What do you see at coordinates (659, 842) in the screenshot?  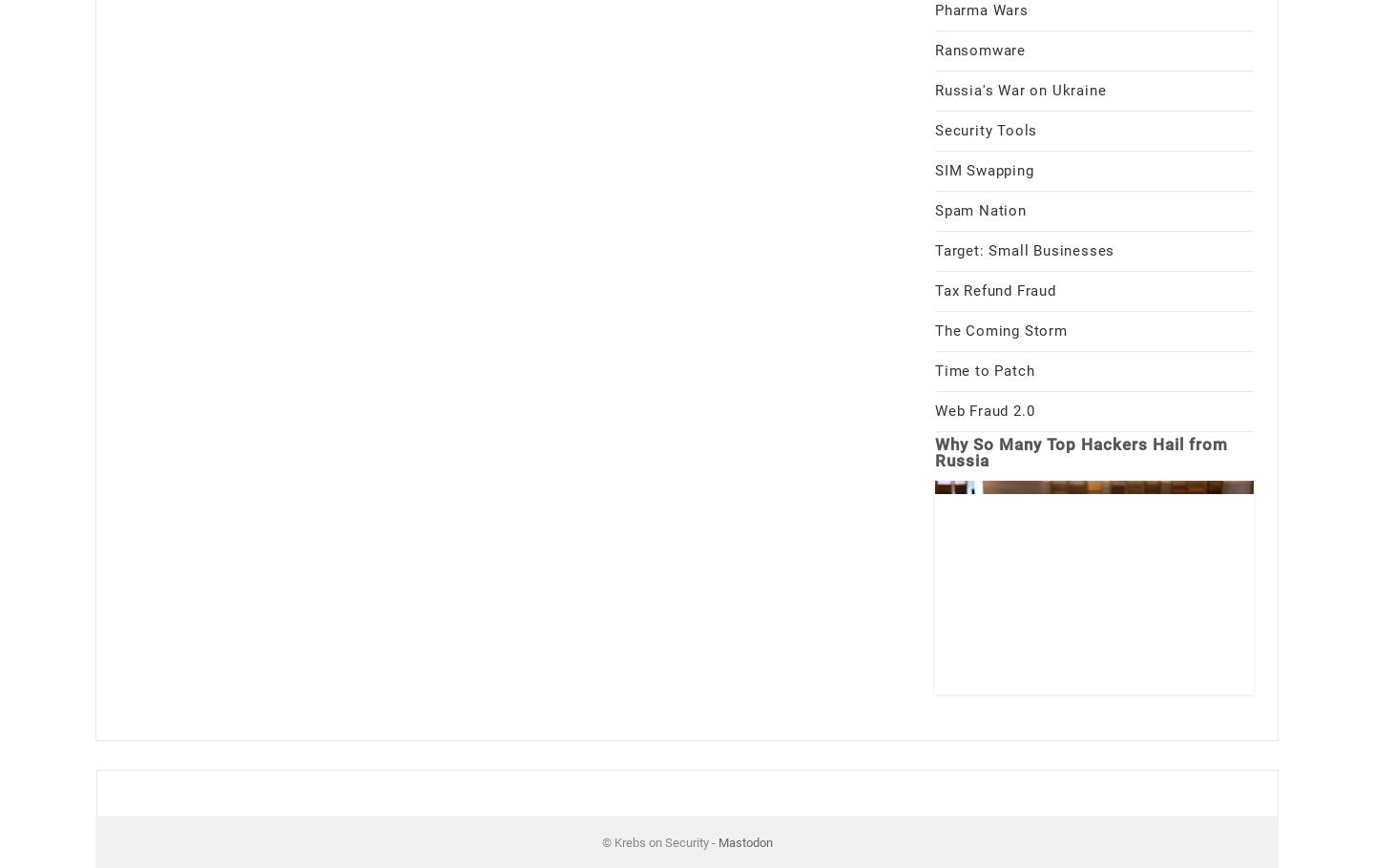 I see `'© Krebs on Security -'` at bounding box center [659, 842].